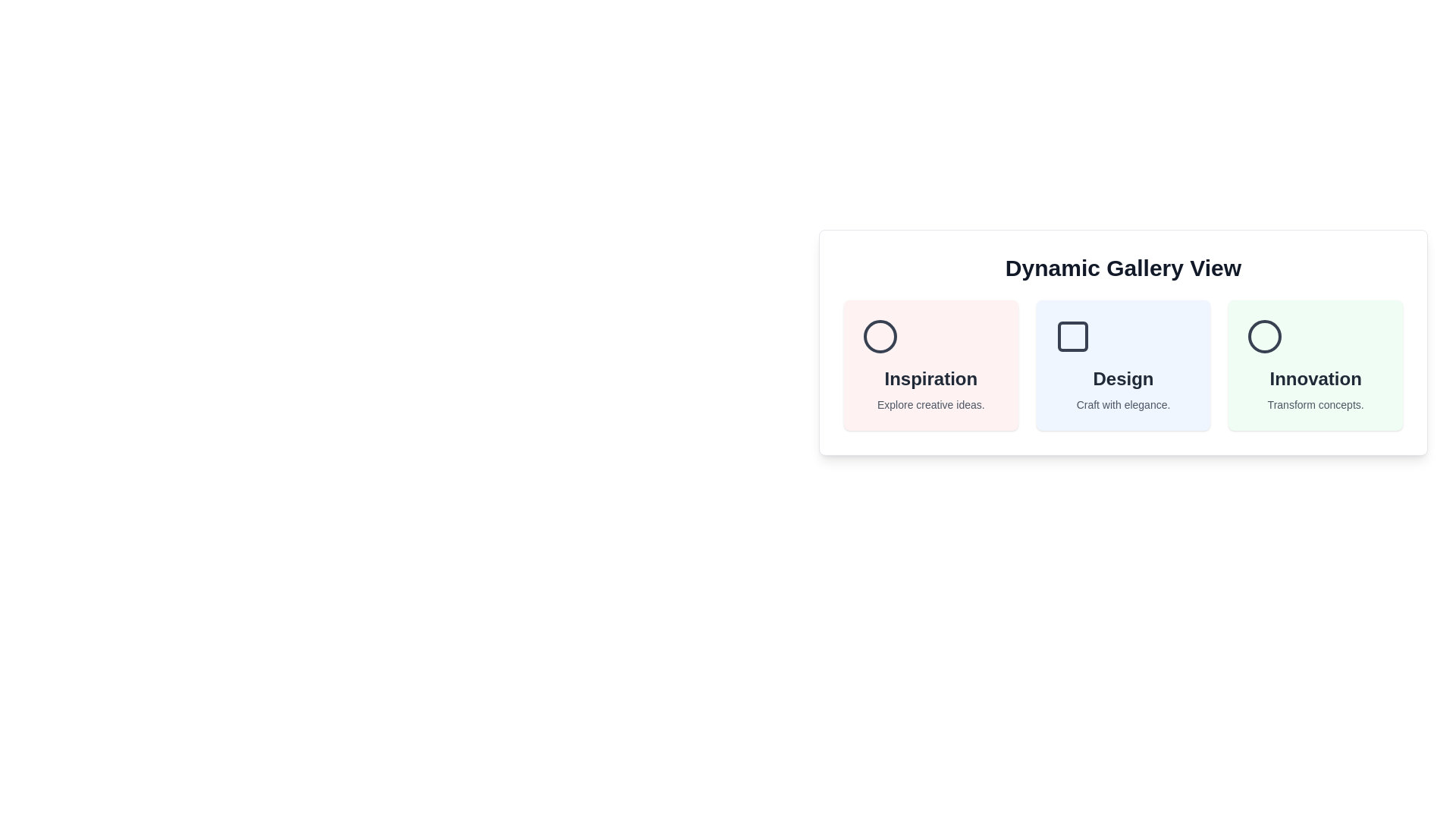  Describe the element at coordinates (1123, 366) in the screenshot. I see `the second section of the 'Dynamic Gallery View' that showcases design concepts related to crafting with elegance` at that location.